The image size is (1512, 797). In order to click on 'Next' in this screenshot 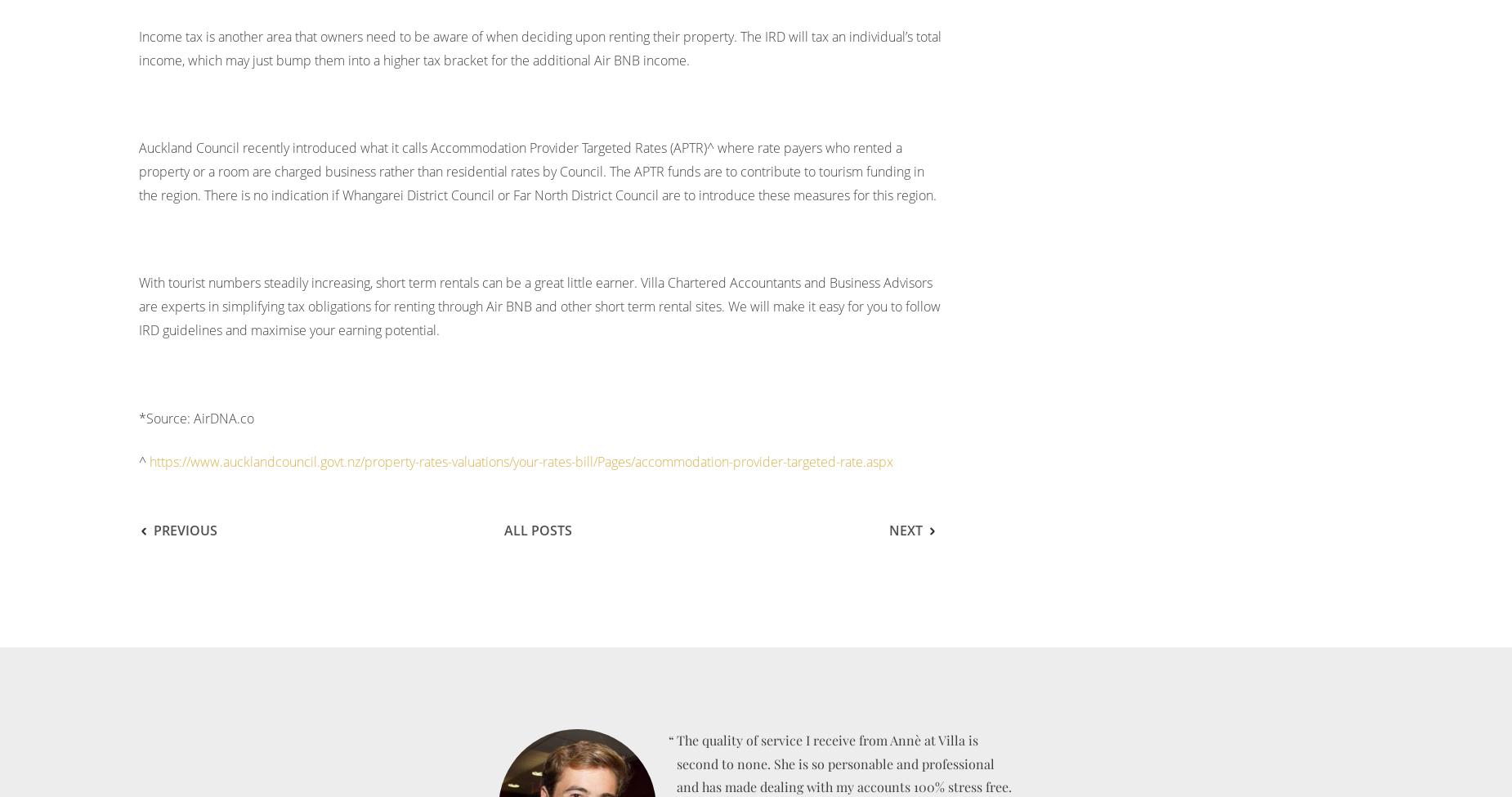, I will do `click(904, 530)`.